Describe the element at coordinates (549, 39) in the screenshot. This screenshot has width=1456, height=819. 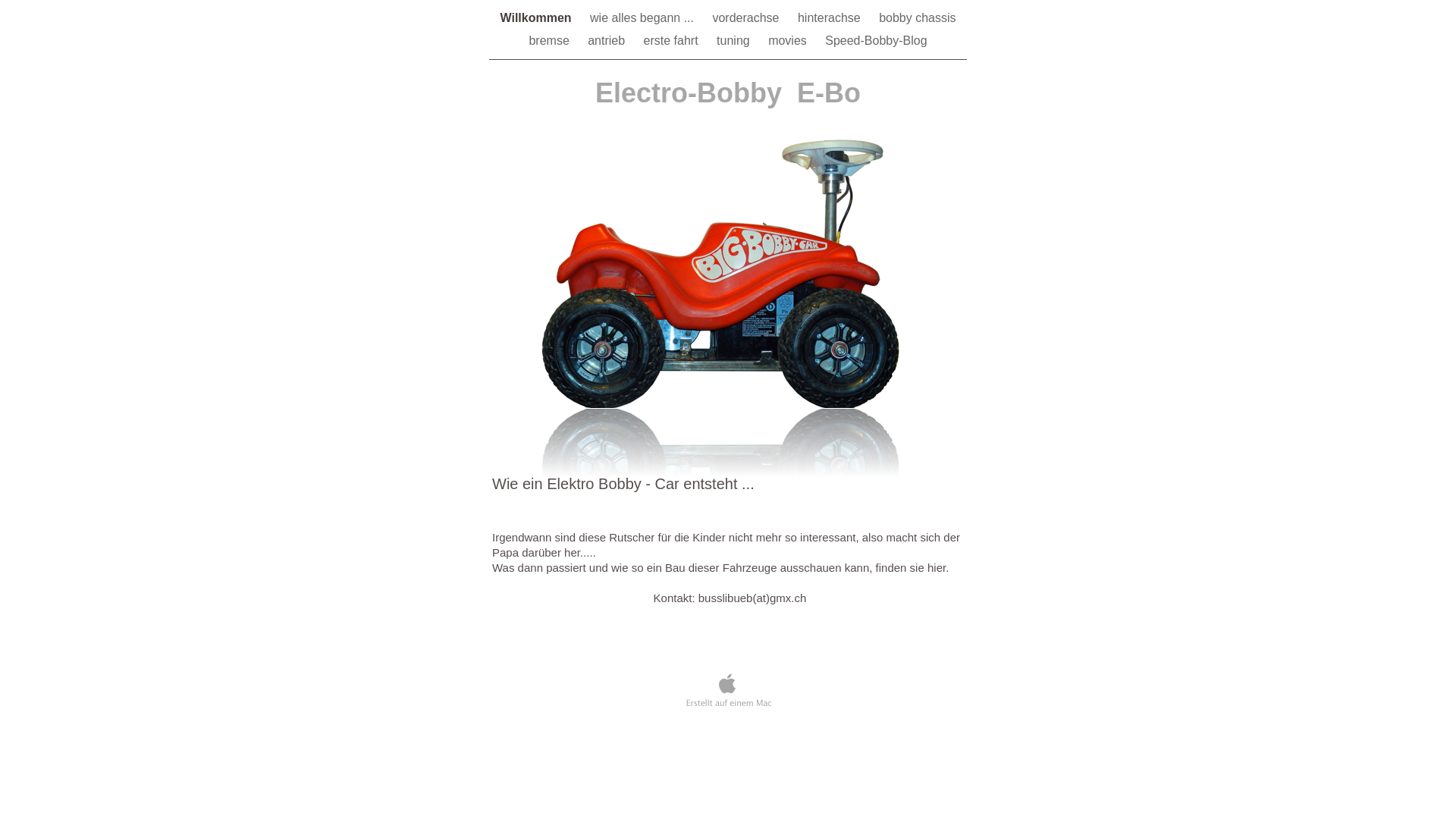
I see `'bremse'` at that location.